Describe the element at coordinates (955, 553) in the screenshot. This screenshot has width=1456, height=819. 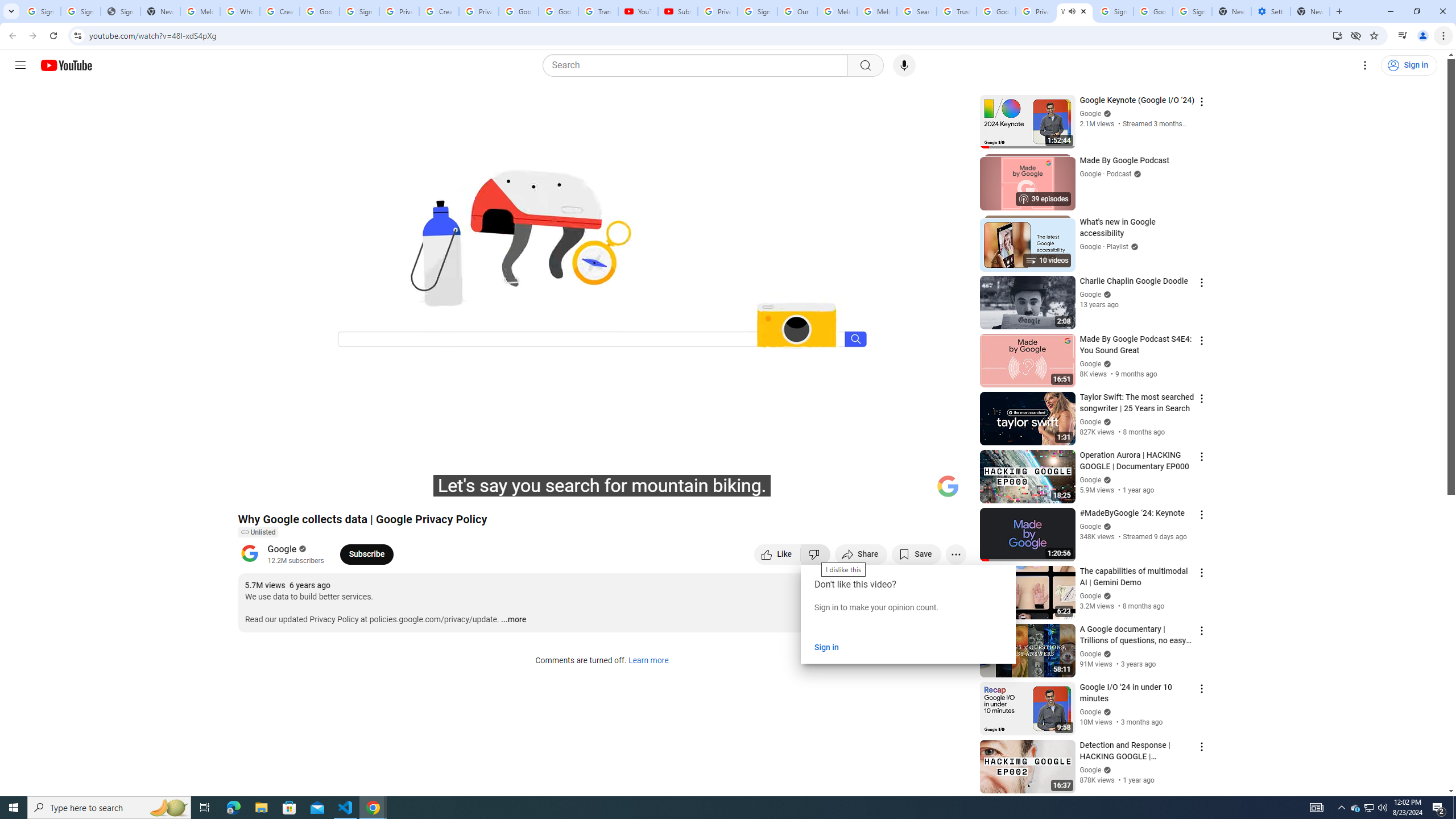
I see `'More actions'` at that location.